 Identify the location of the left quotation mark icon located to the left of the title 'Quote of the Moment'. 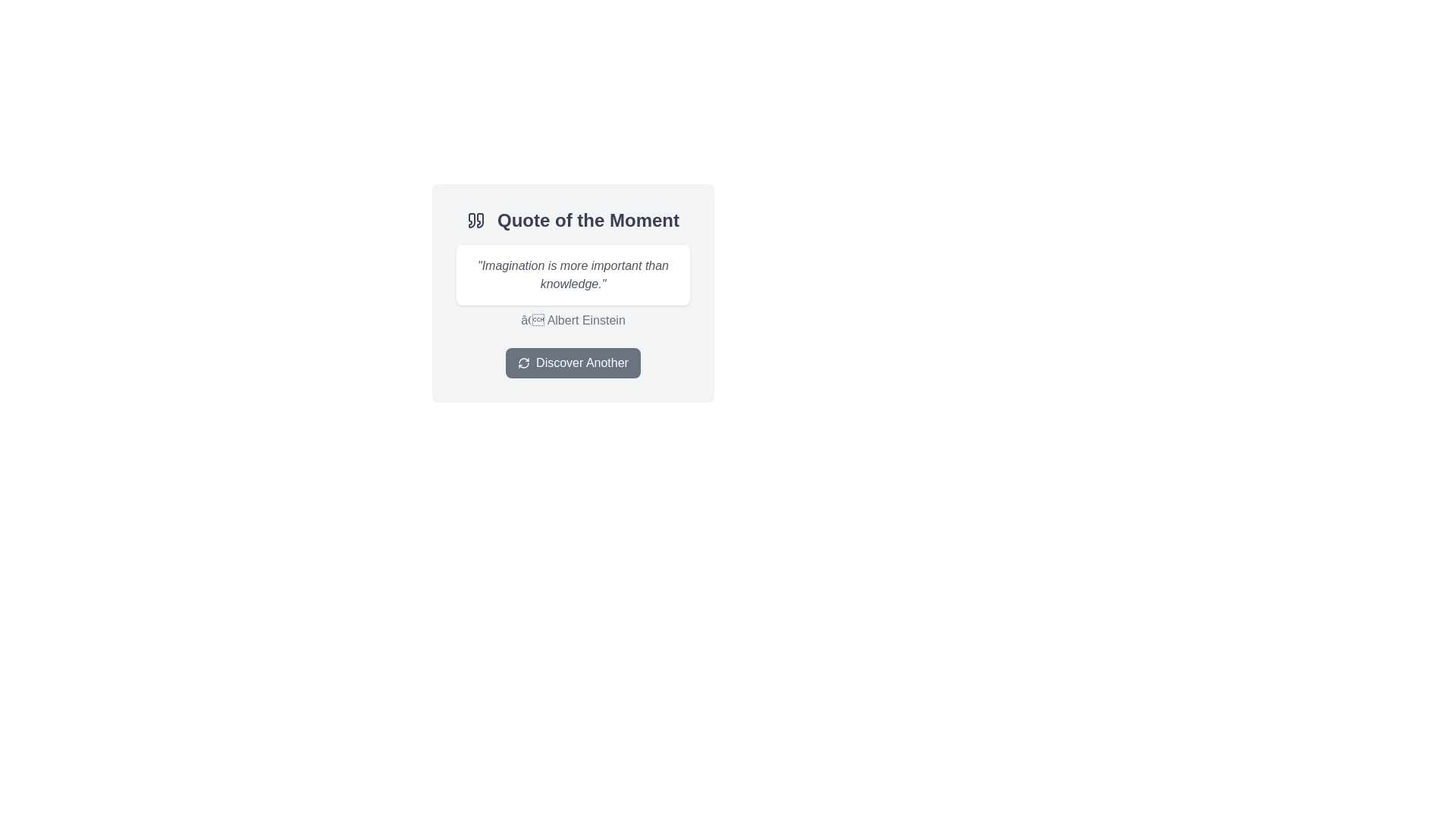
(471, 220).